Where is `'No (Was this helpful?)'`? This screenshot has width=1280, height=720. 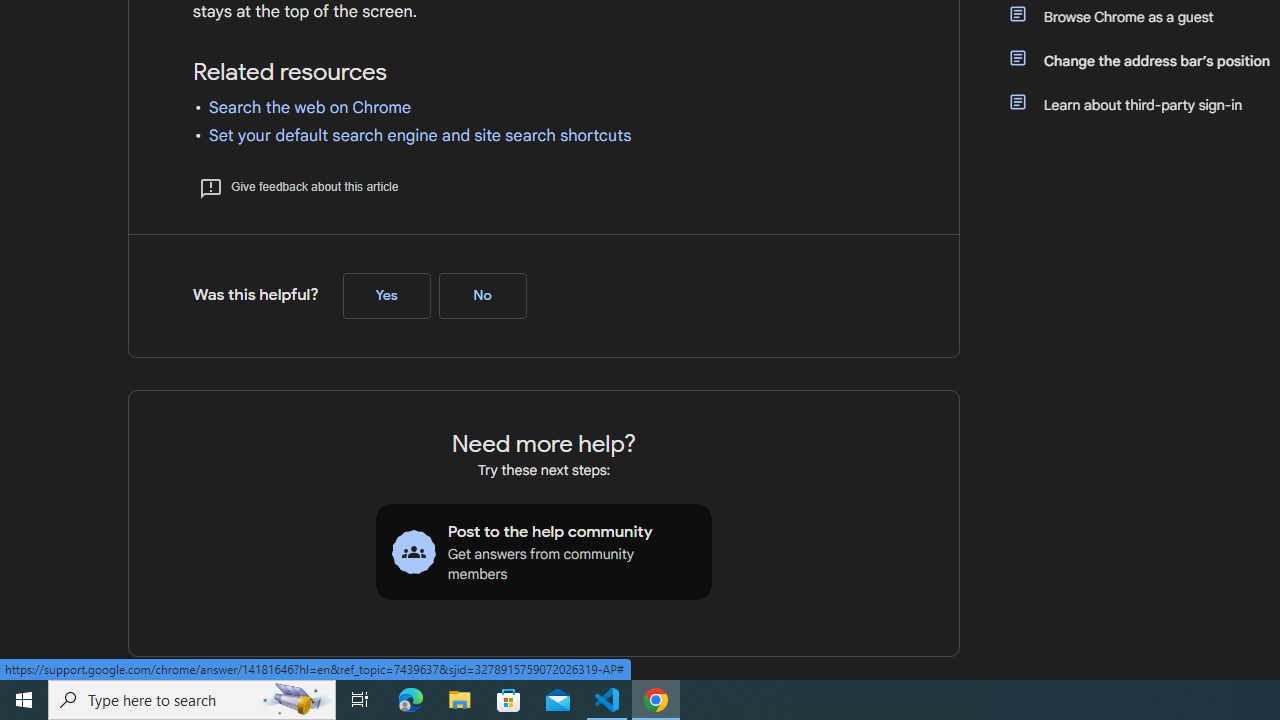
'No (Was this helpful?)' is located at coordinates (482, 295).